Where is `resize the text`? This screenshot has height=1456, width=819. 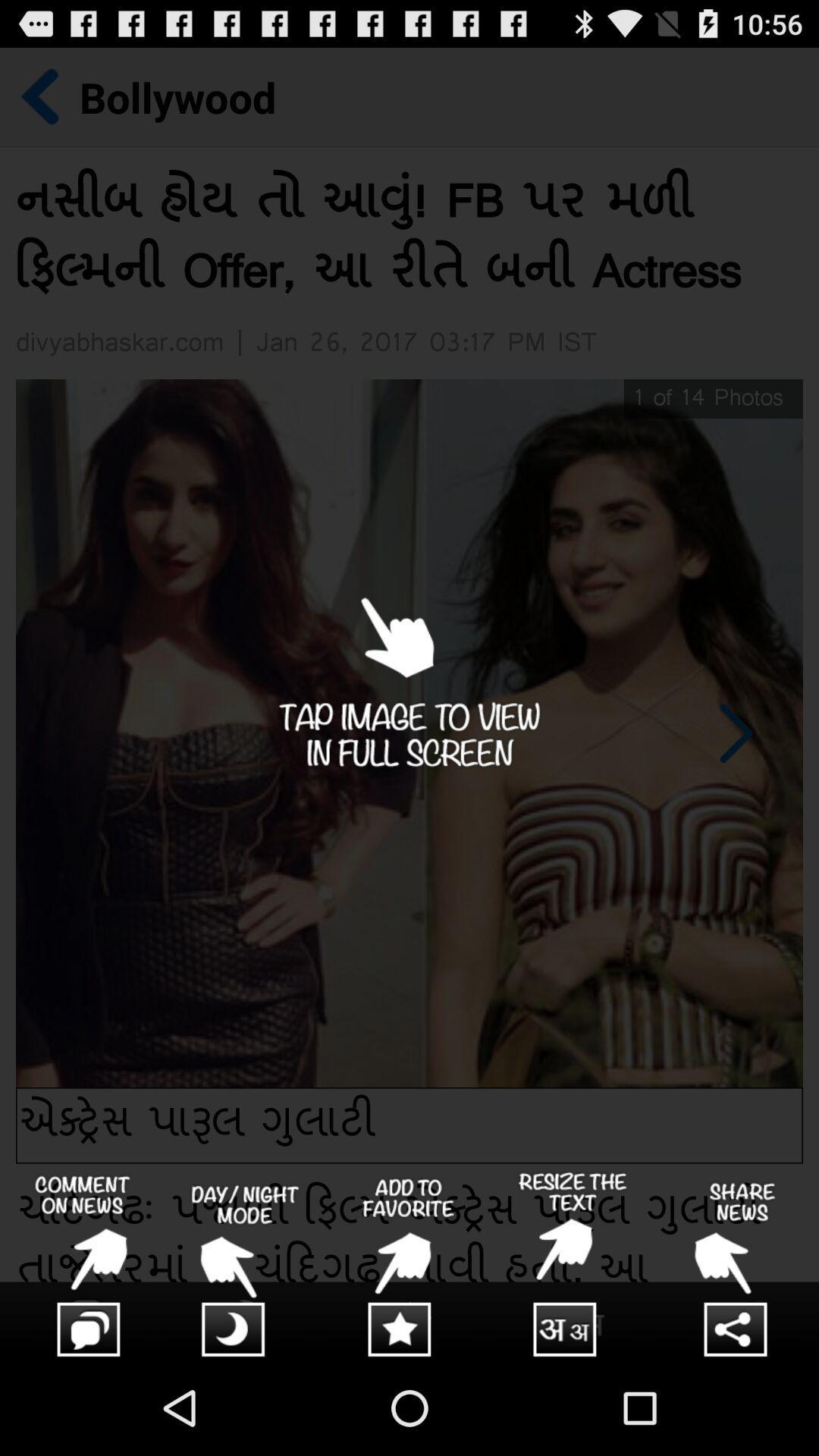 resize the text is located at coordinates (573, 1266).